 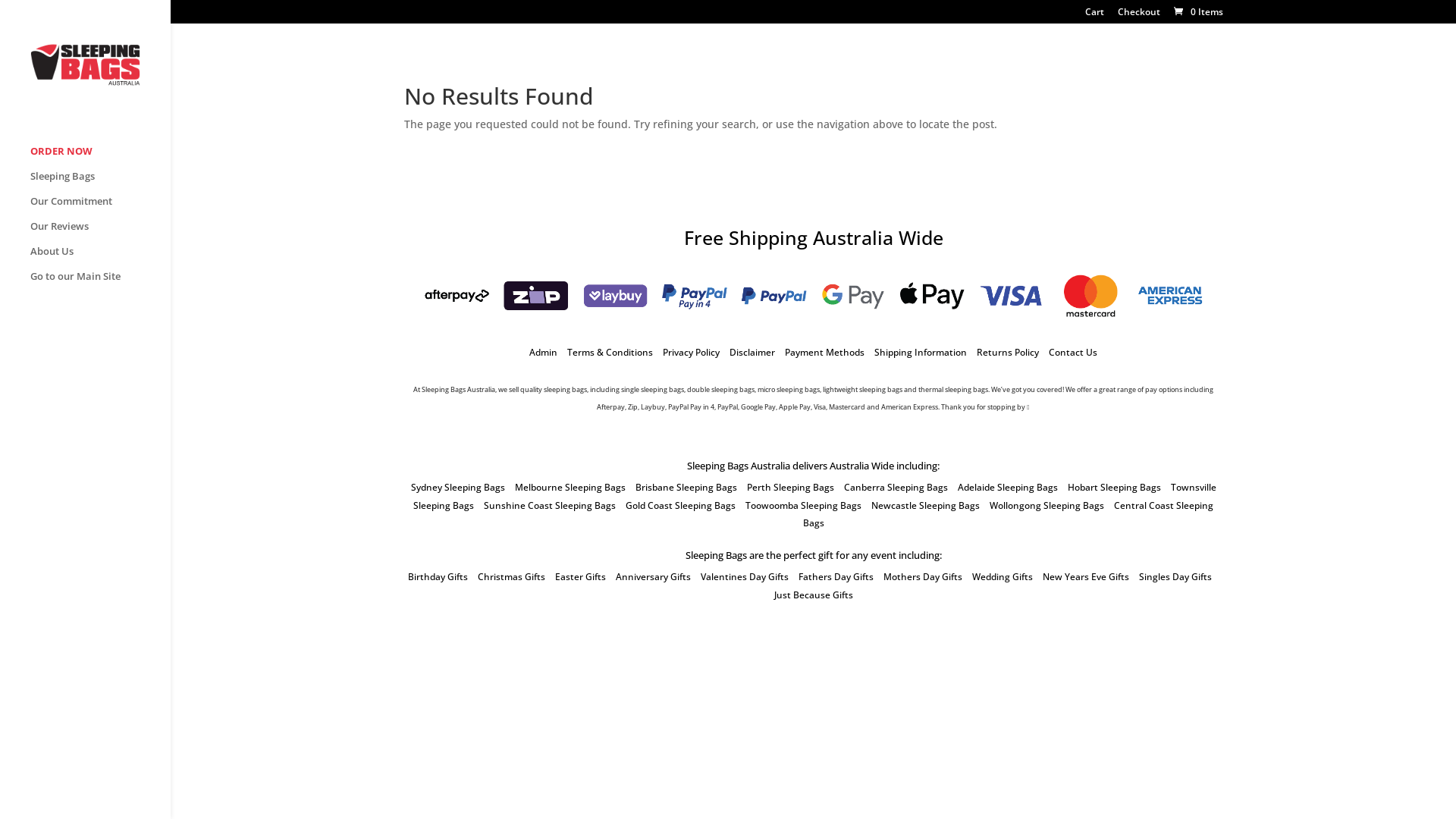 I want to click on 'Disclaimer', so click(x=752, y=352).